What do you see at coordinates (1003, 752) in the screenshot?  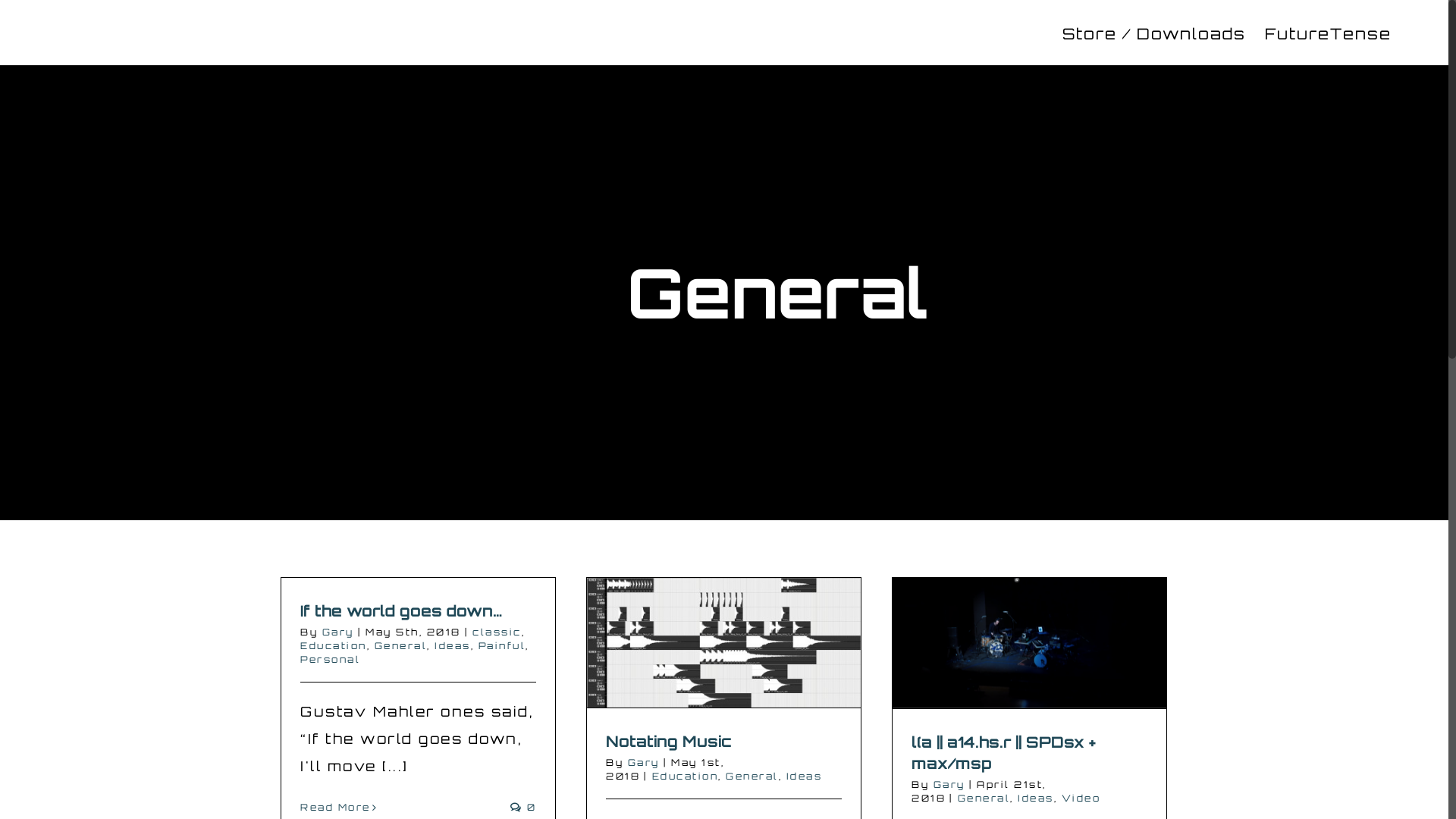 I see `'l(a || a14.hs.r || SPDsx + max/msp'` at bounding box center [1003, 752].